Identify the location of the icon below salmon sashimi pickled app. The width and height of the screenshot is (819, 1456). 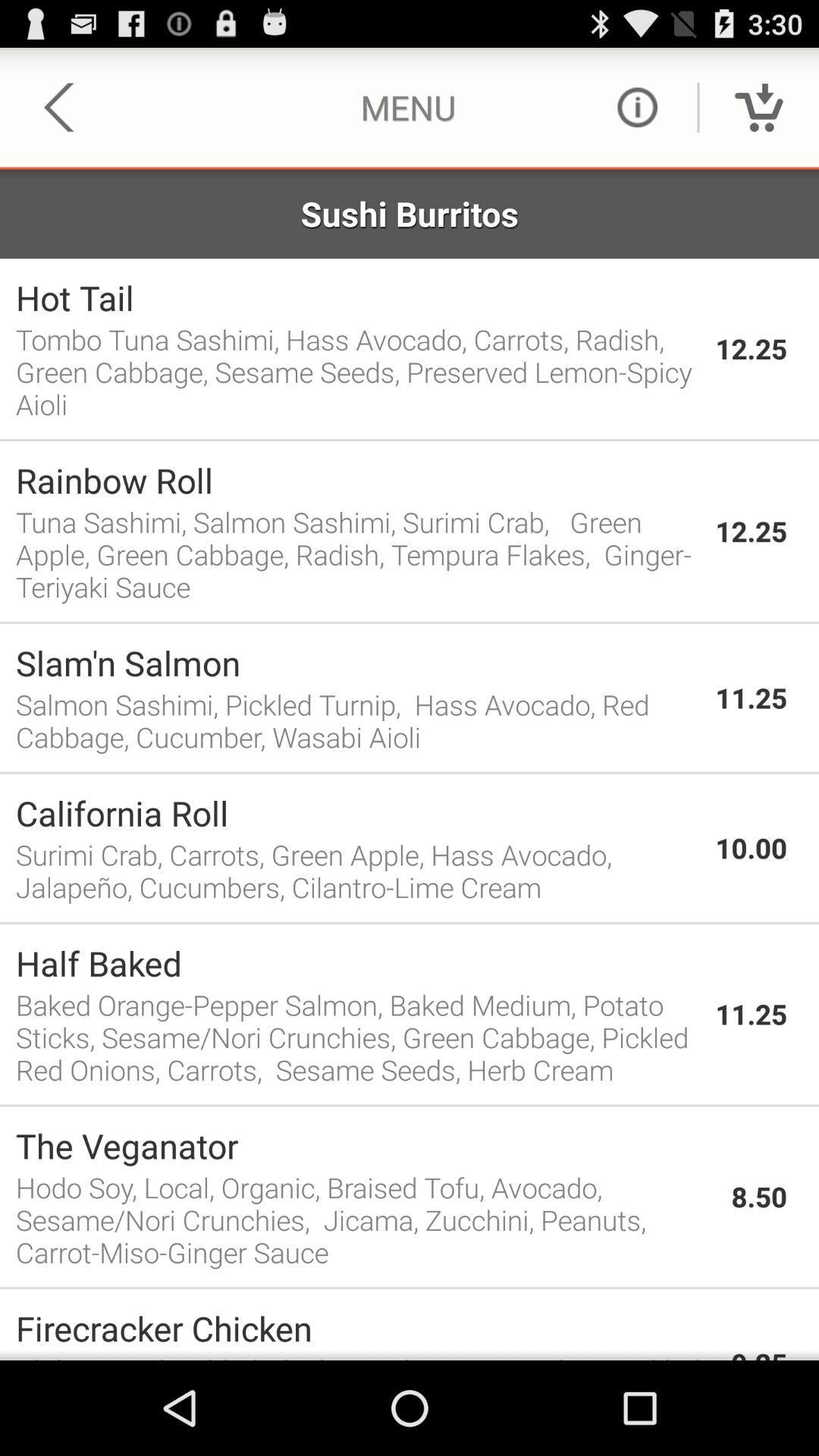
(409, 773).